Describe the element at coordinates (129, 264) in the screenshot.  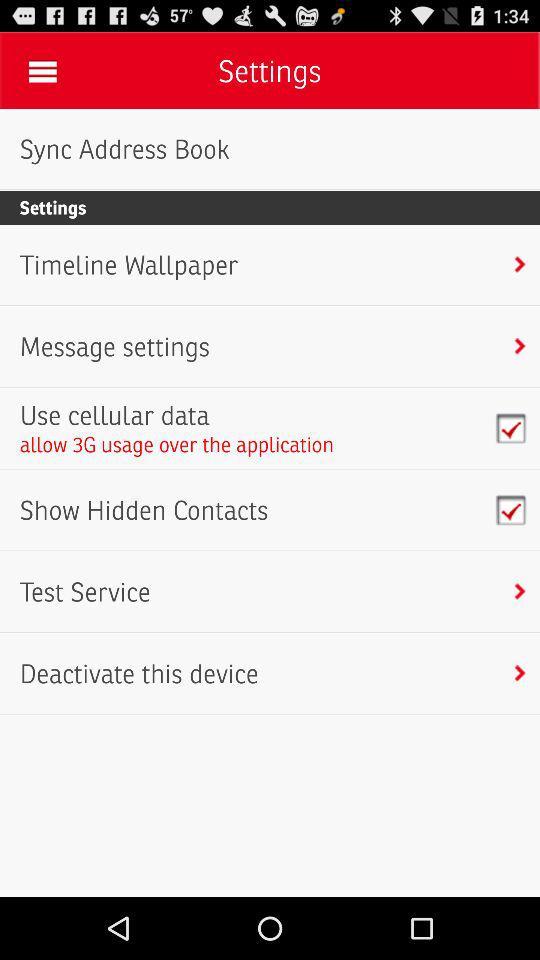
I see `the timeline wallpaper` at that location.